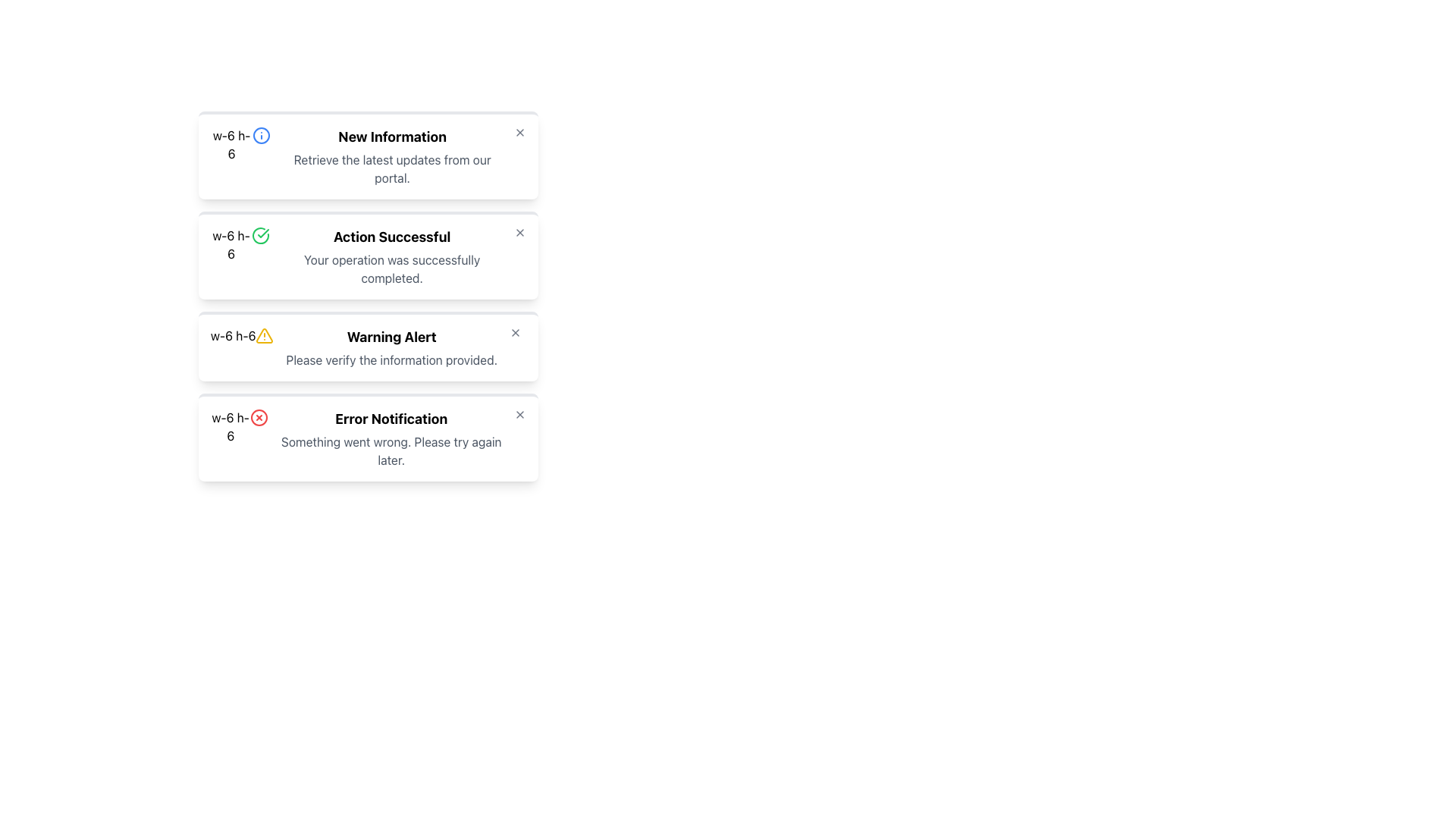  What do you see at coordinates (368, 346) in the screenshot?
I see `warning notification indicating the need to verify provided information, which is the third item in the list of notifications` at bounding box center [368, 346].